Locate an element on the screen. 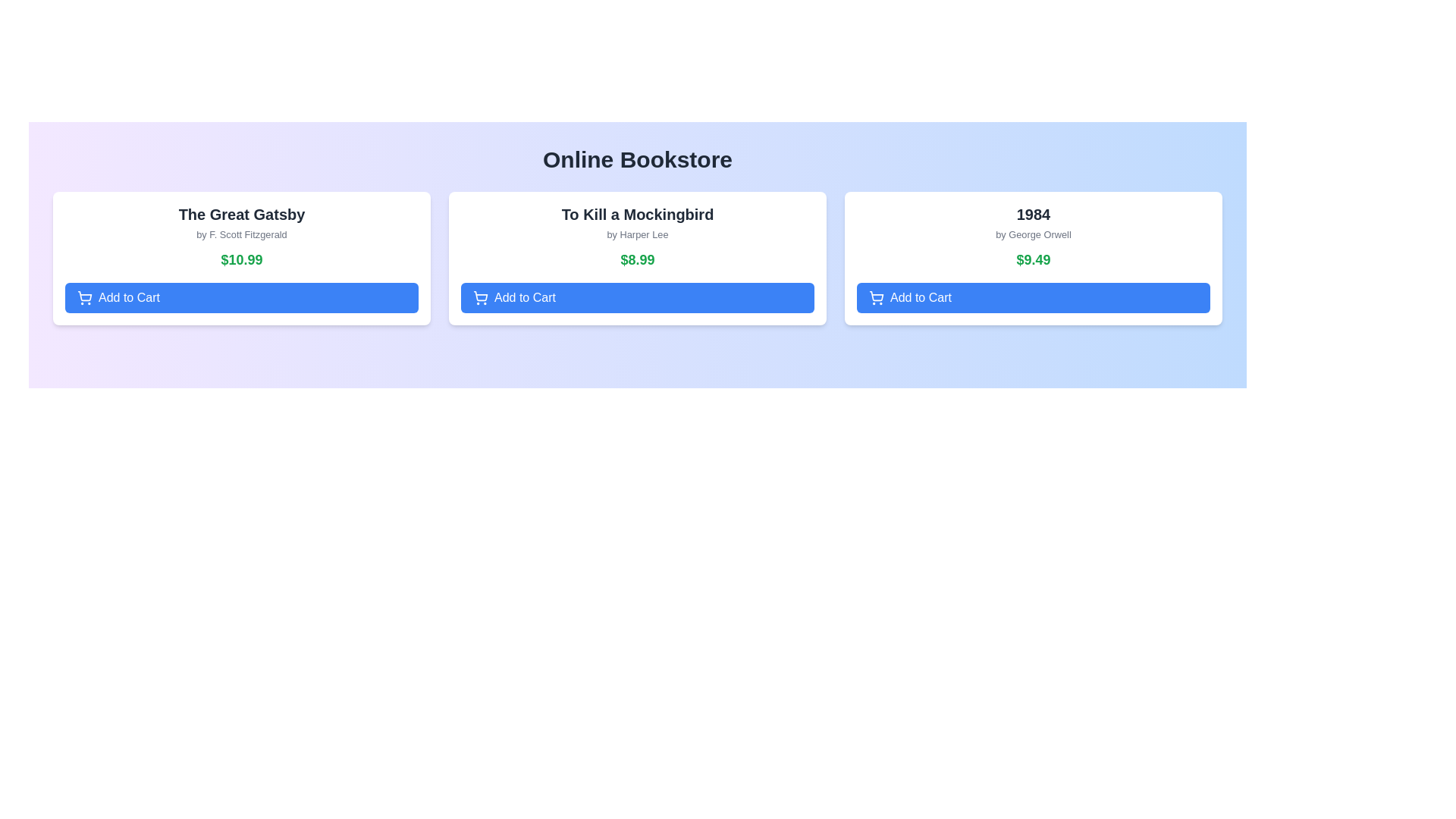  the text display element containing the title 'To Kill a Mockingbird' and the author 'by Harper Lee', which is located above the blue 'Add to Cart' button is located at coordinates (637, 237).